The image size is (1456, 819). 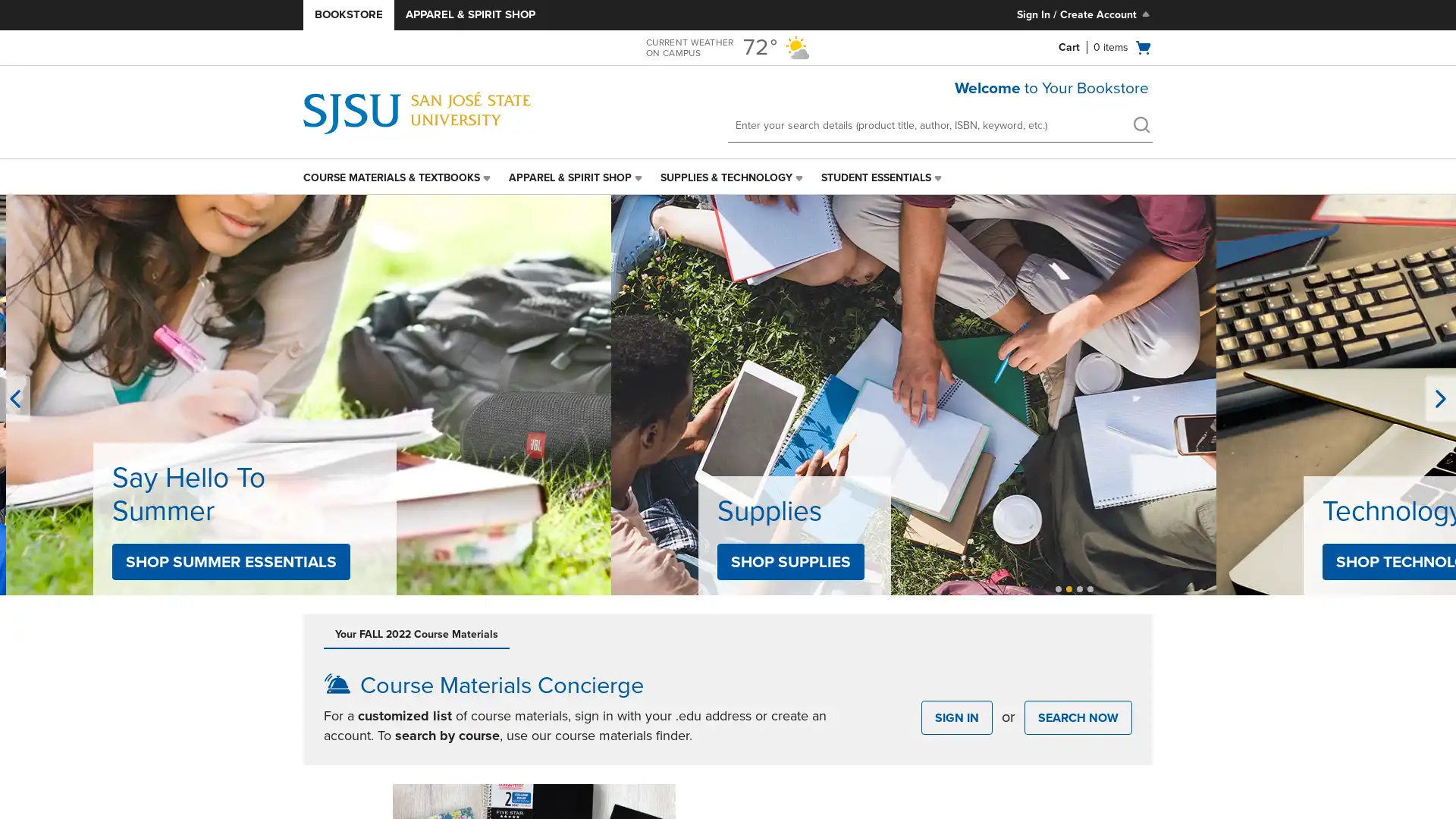 I want to click on search, so click(x=1141, y=124).